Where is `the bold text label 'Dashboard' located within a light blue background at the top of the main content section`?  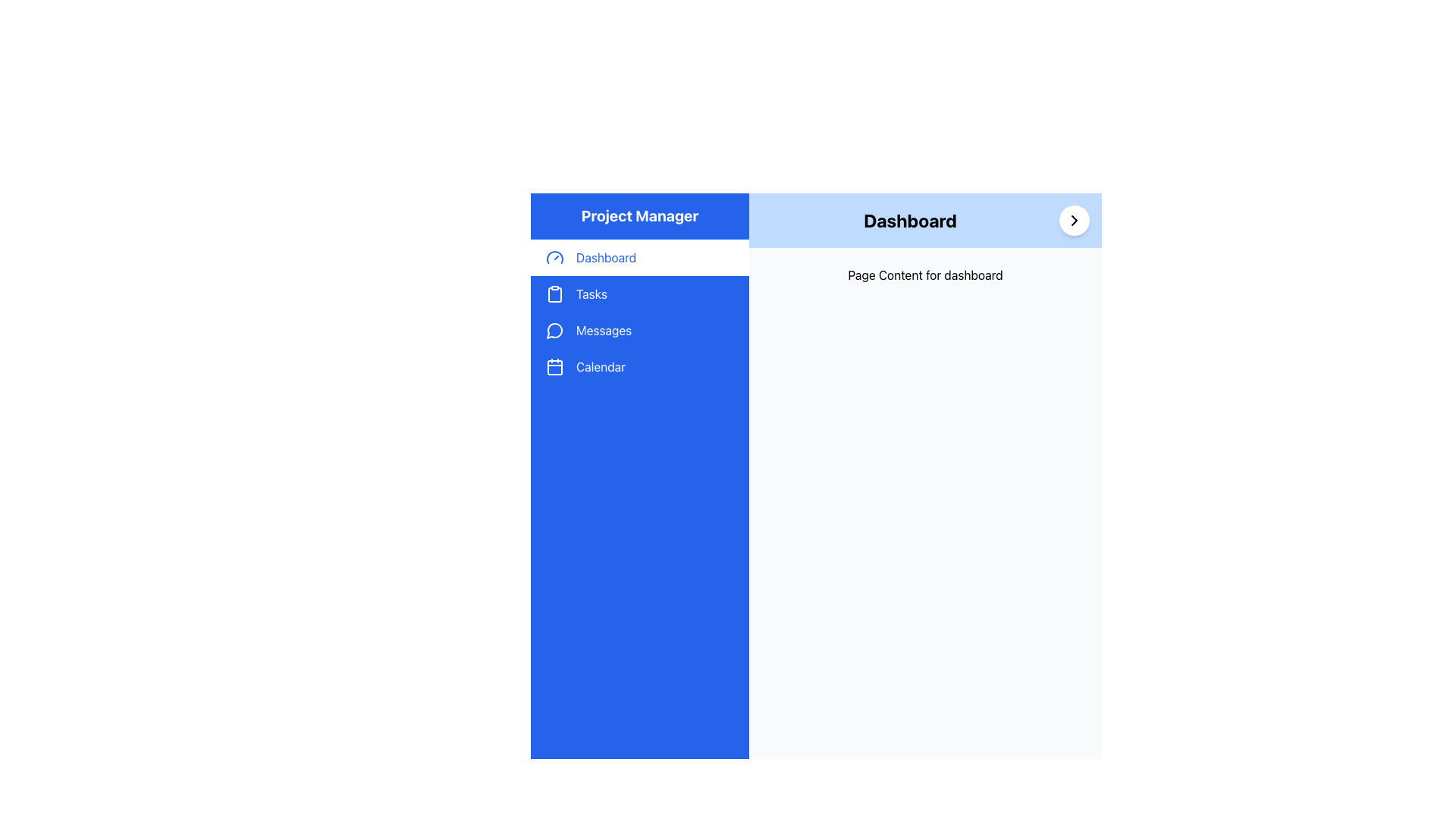 the bold text label 'Dashboard' located within a light blue background at the top of the main content section is located at coordinates (910, 220).